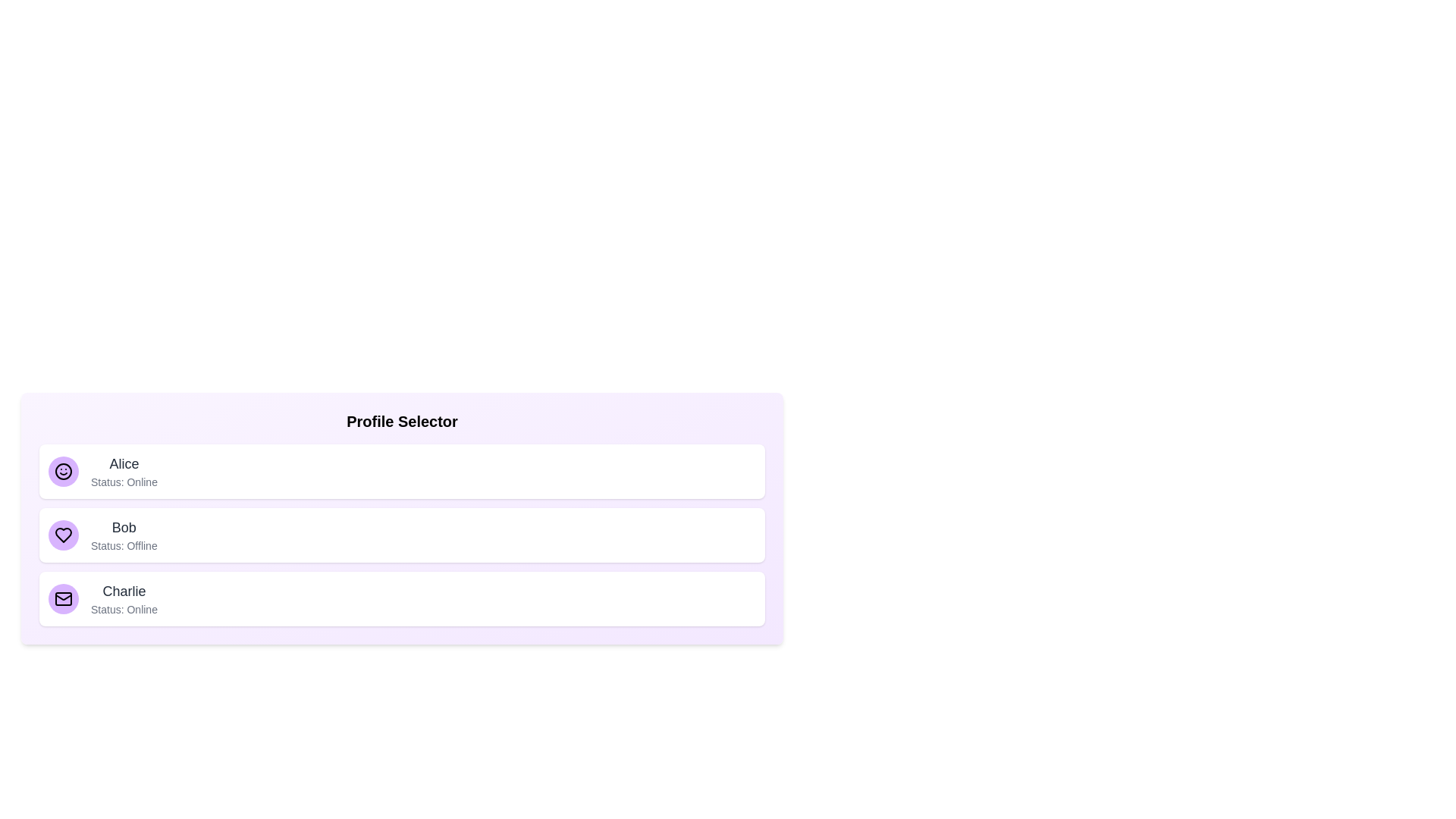 The height and width of the screenshot is (819, 1456). Describe the element at coordinates (402, 598) in the screenshot. I see `the profile named Charlie to select it` at that location.